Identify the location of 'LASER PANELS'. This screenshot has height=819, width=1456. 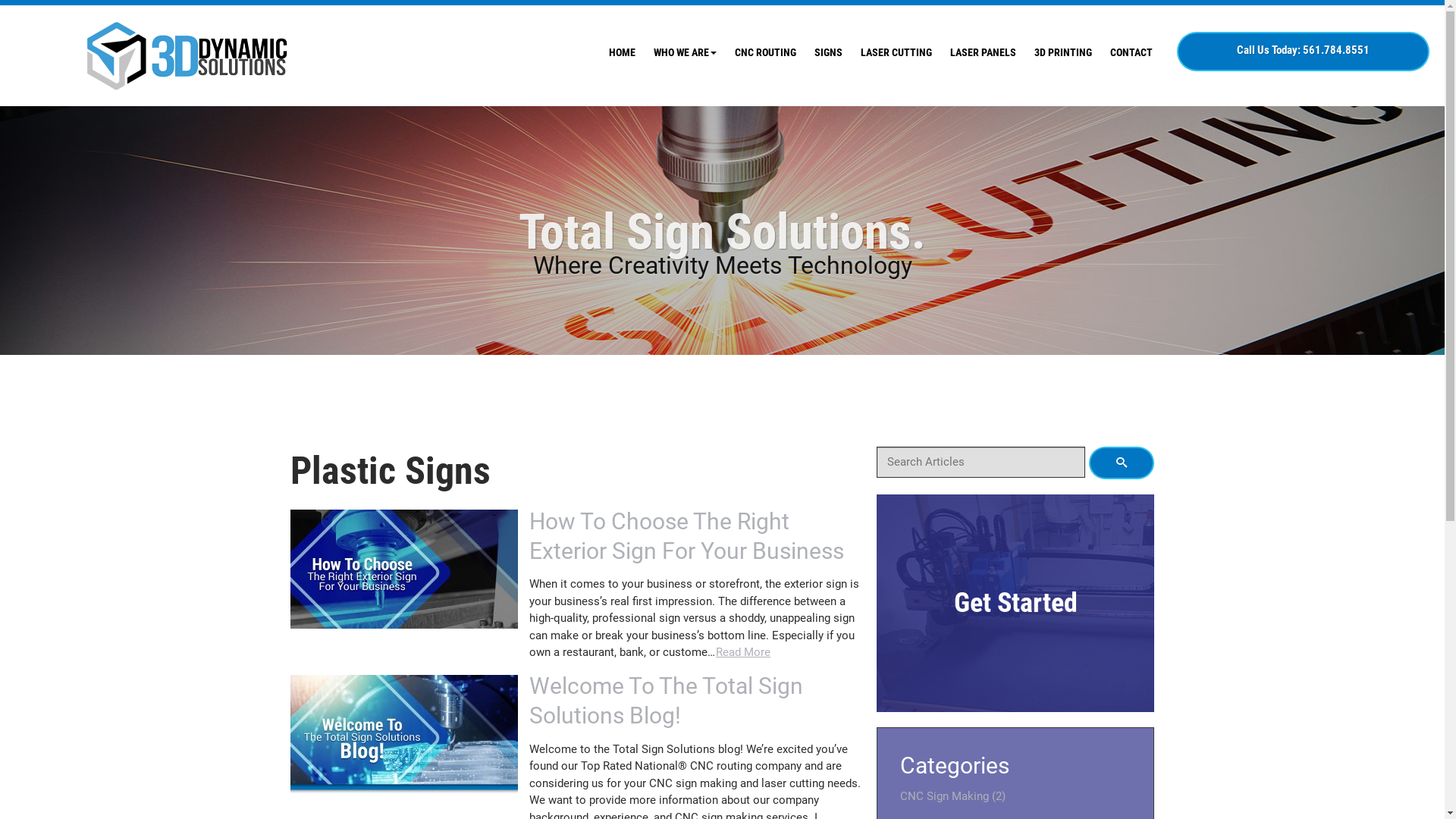
(983, 52).